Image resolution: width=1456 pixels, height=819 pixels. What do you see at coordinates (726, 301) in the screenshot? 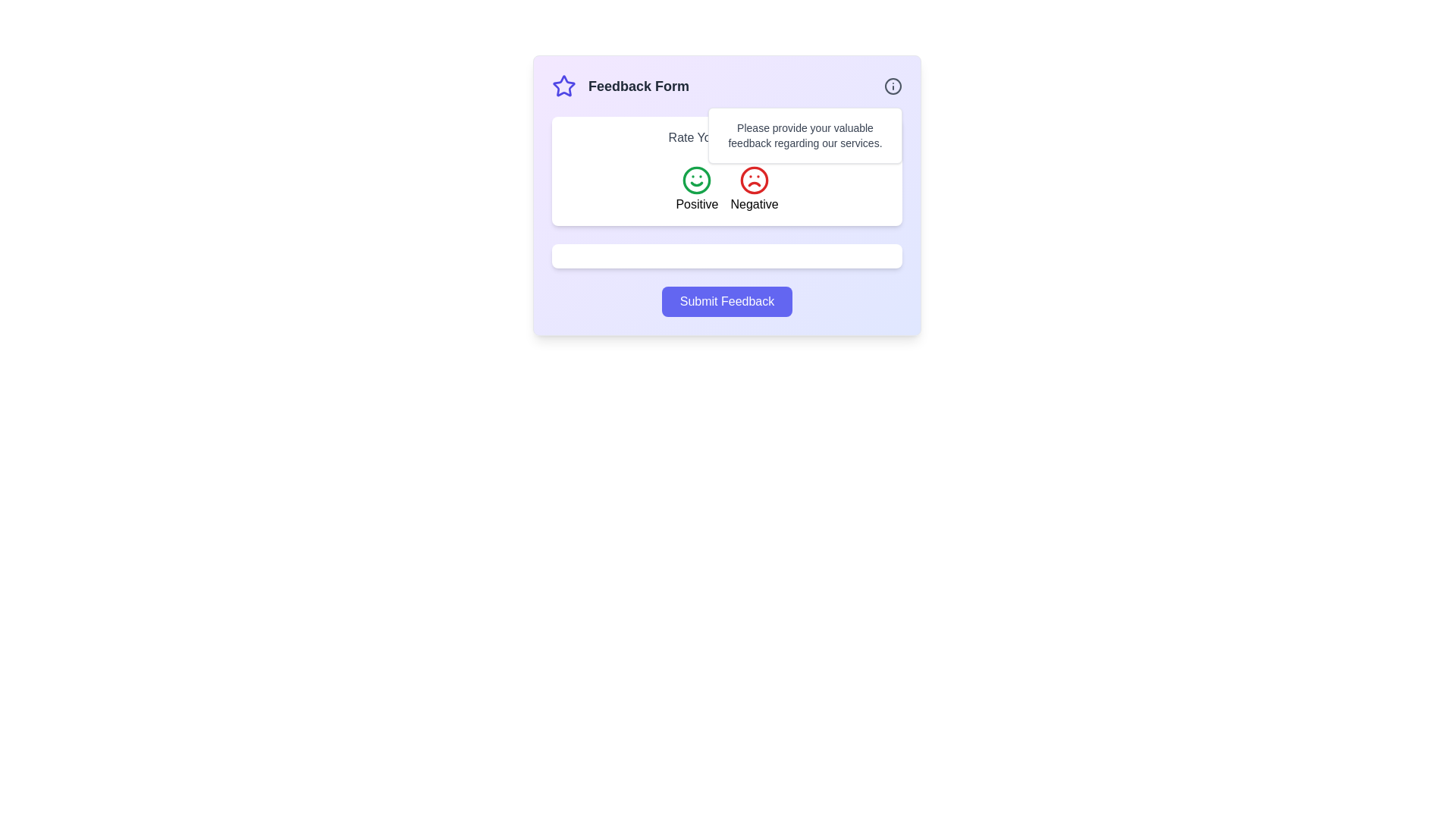
I see `the submit button located at the bottom of the feedback form` at bounding box center [726, 301].